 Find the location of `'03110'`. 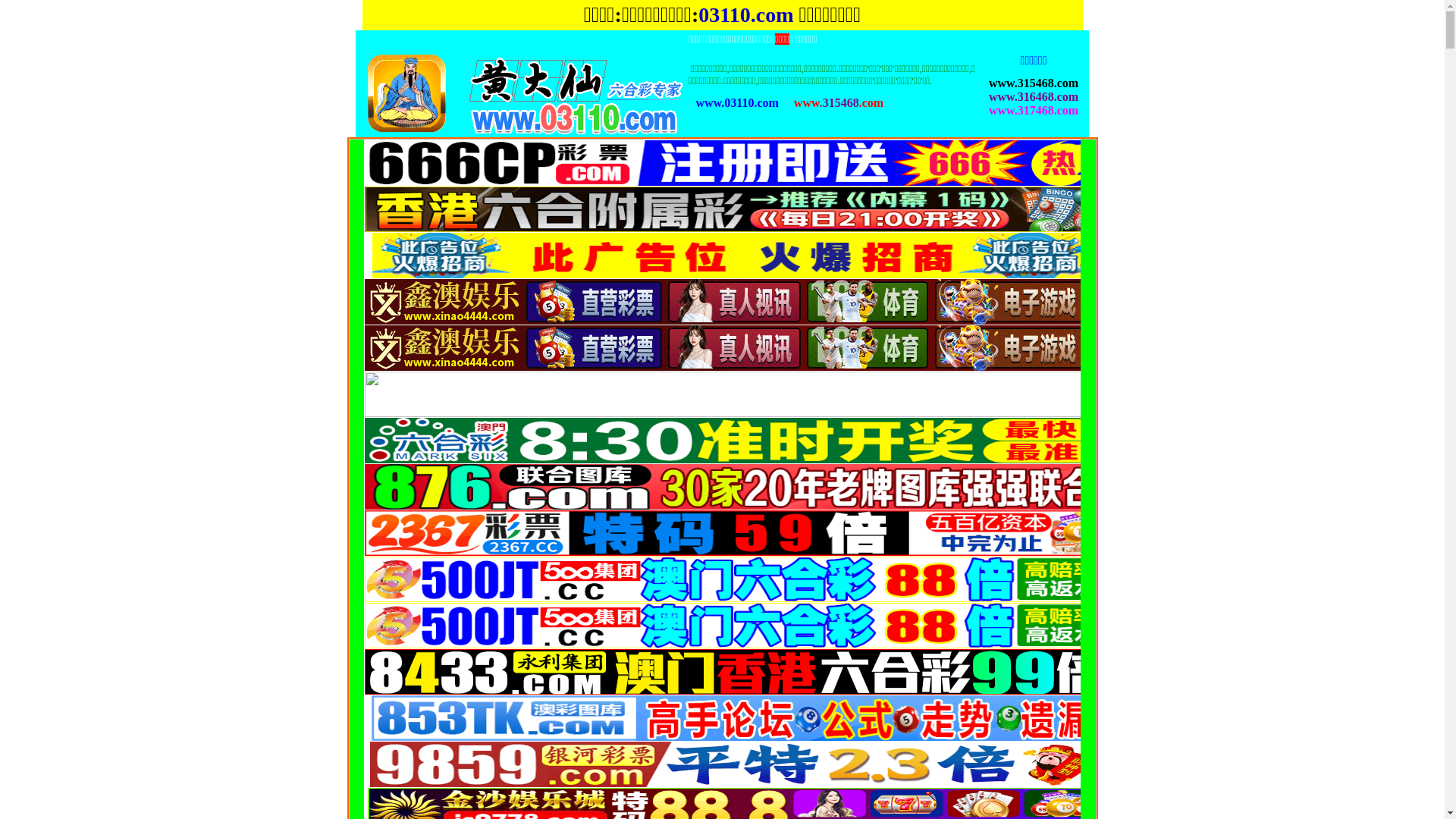

'03110' is located at coordinates (723, 14).